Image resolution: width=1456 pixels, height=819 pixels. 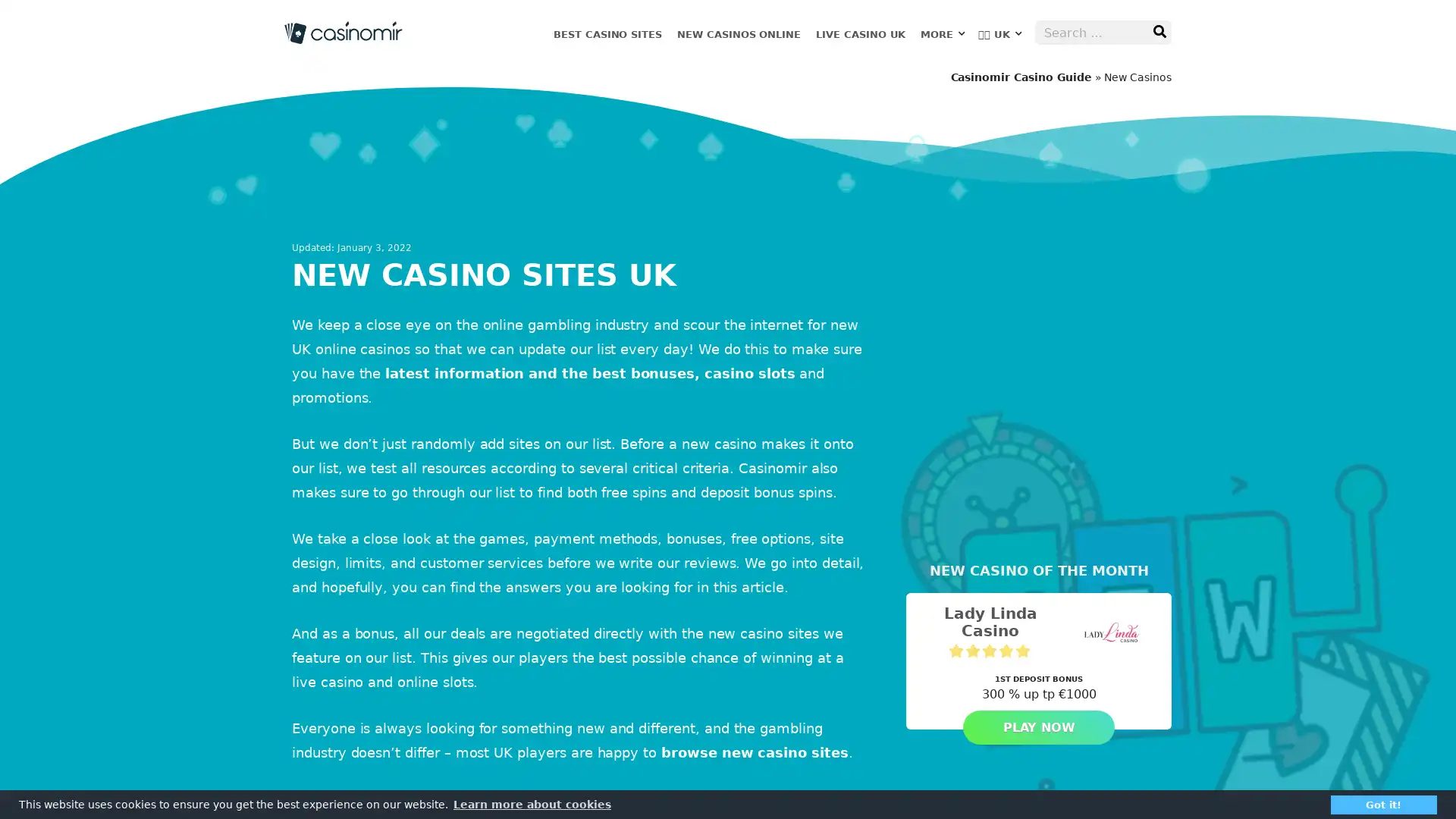 What do you see at coordinates (1159, 32) in the screenshot?
I see `Search` at bounding box center [1159, 32].